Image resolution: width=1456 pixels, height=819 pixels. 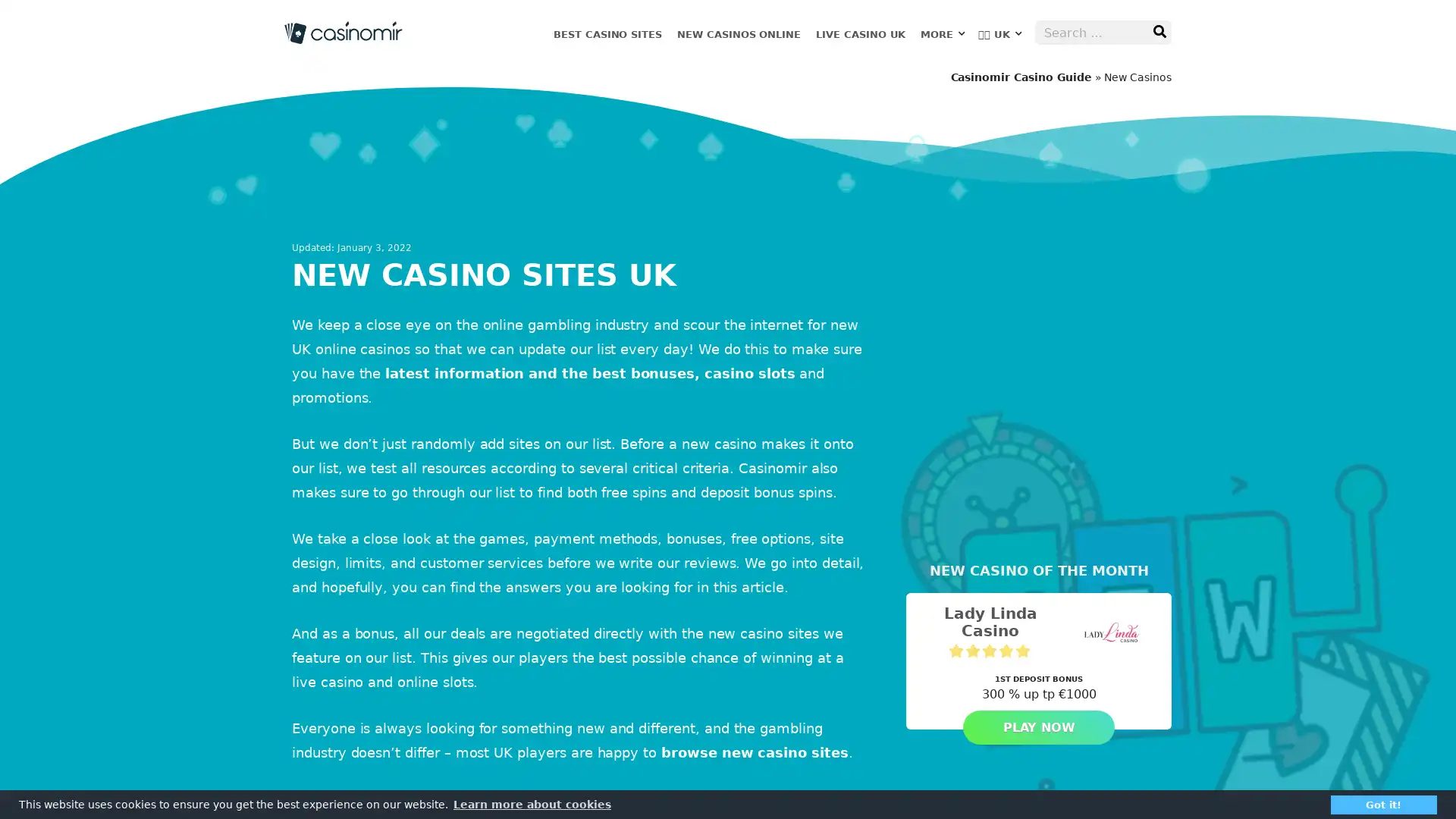 What do you see at coordinates (1159, 32) in the screenshot?
I see `Search` at bounding box center [1159, 32].